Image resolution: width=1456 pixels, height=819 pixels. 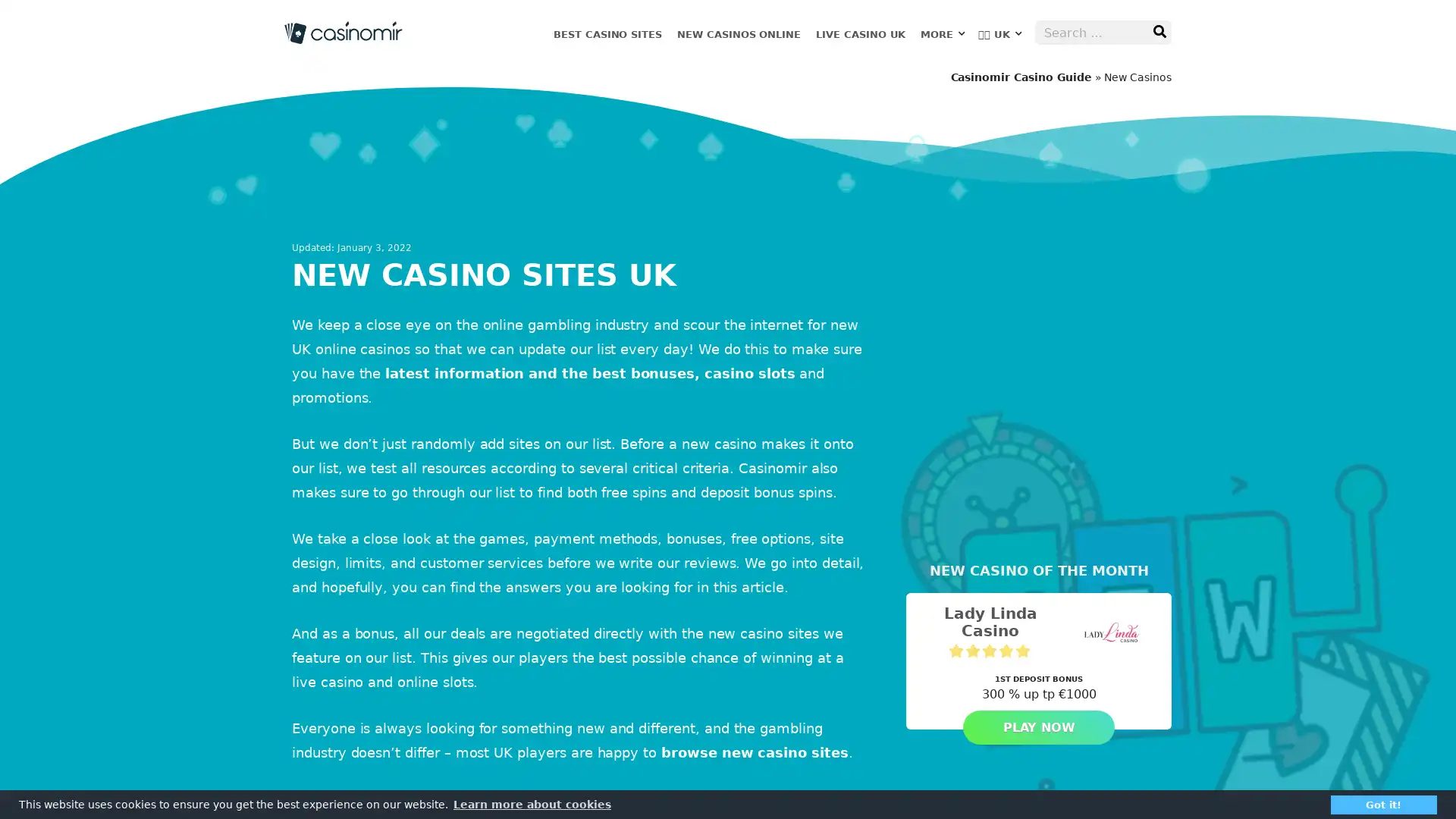 What do you see at coordinates (1159, 32) in the screenshot?
I see `Search` at bounding box center [1159, 32].